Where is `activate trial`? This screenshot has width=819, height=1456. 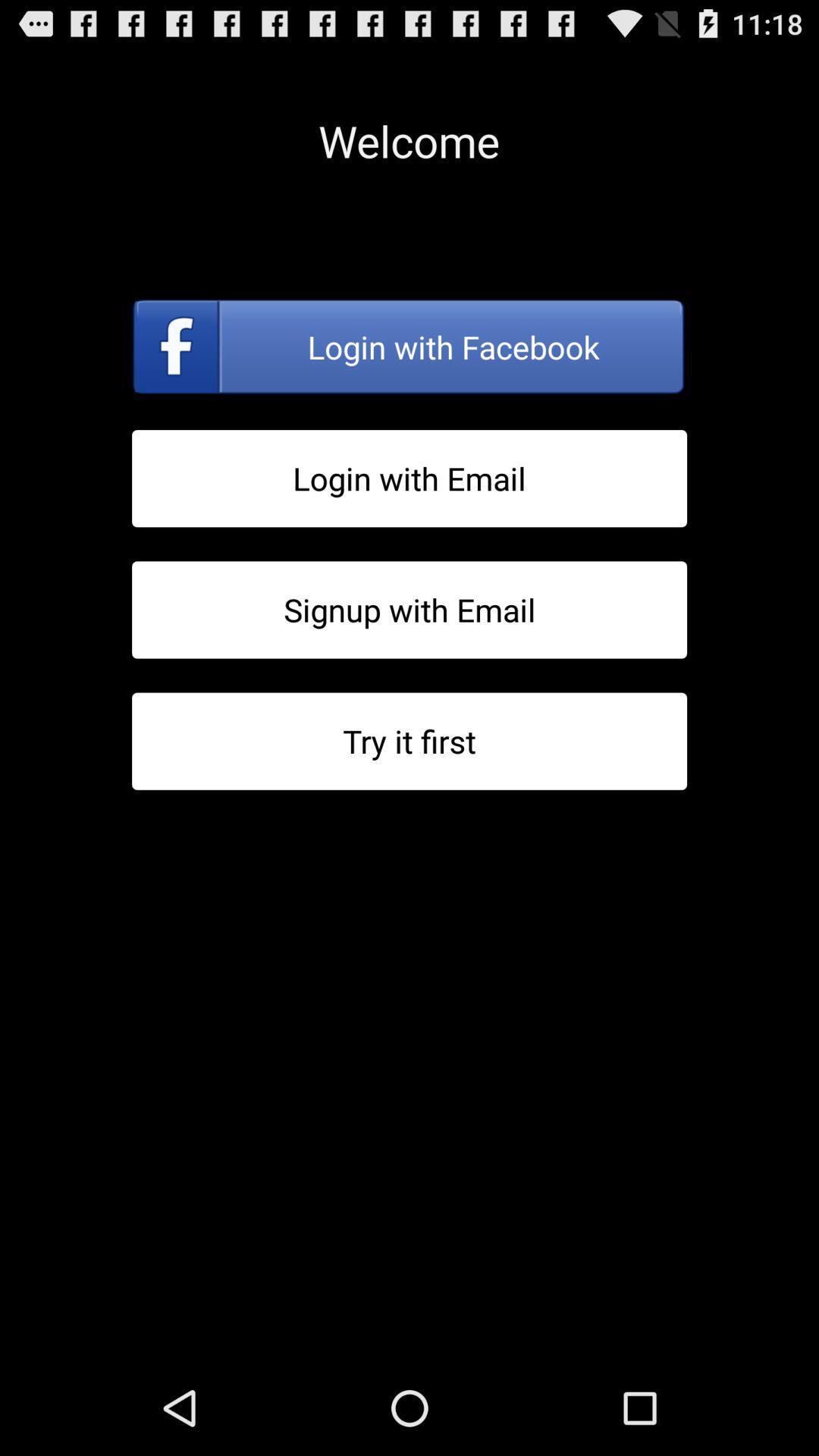
activate trial is located at coordinates (409, 741).